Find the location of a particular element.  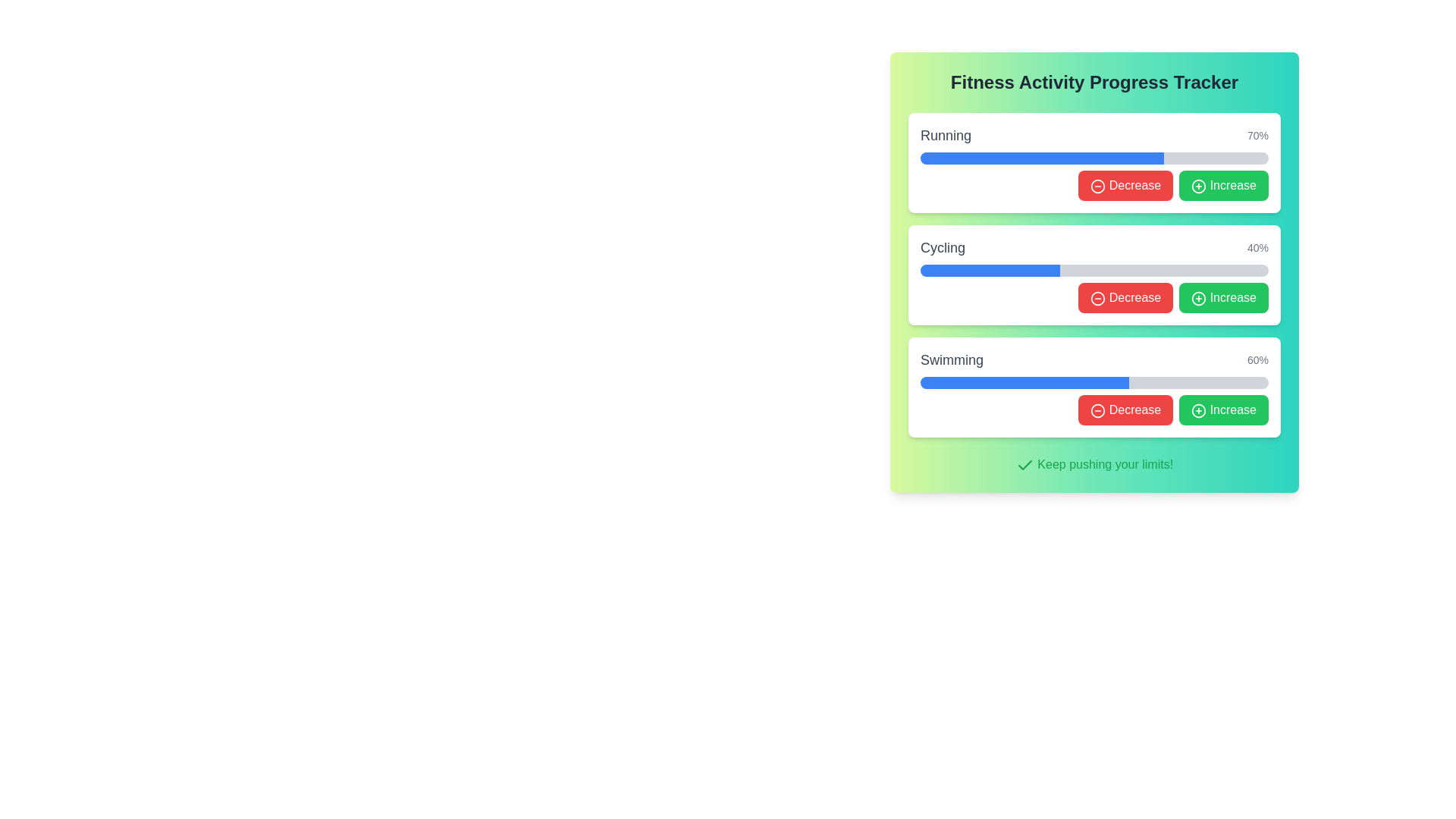

the 'decrease' icon located inside the 'Decrease' button in the first row of the activity tracker for 'Running' is located at coordinates (1098, 185).